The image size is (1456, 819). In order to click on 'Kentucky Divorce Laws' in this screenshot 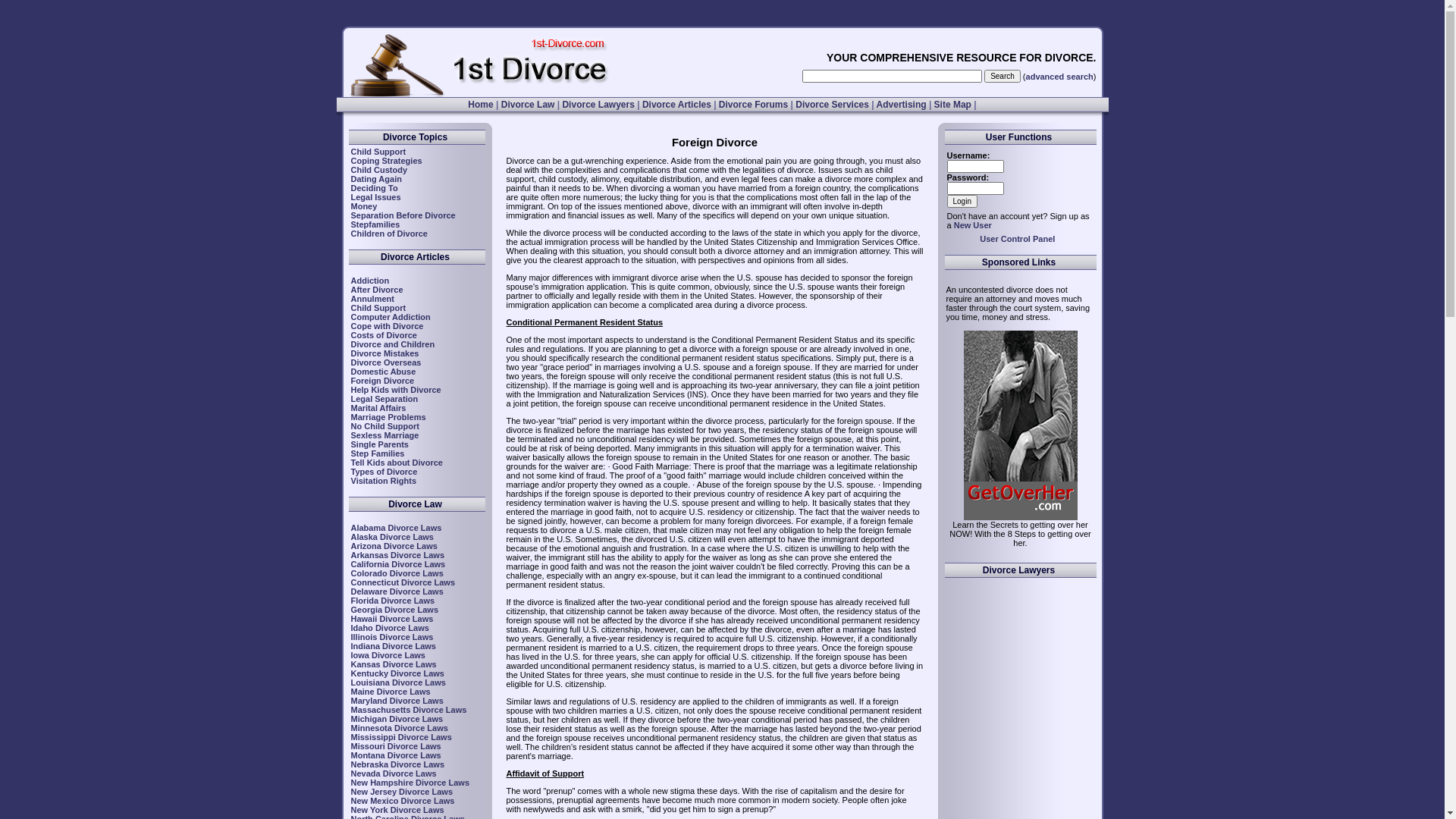, I will do `click(397, 672)`.